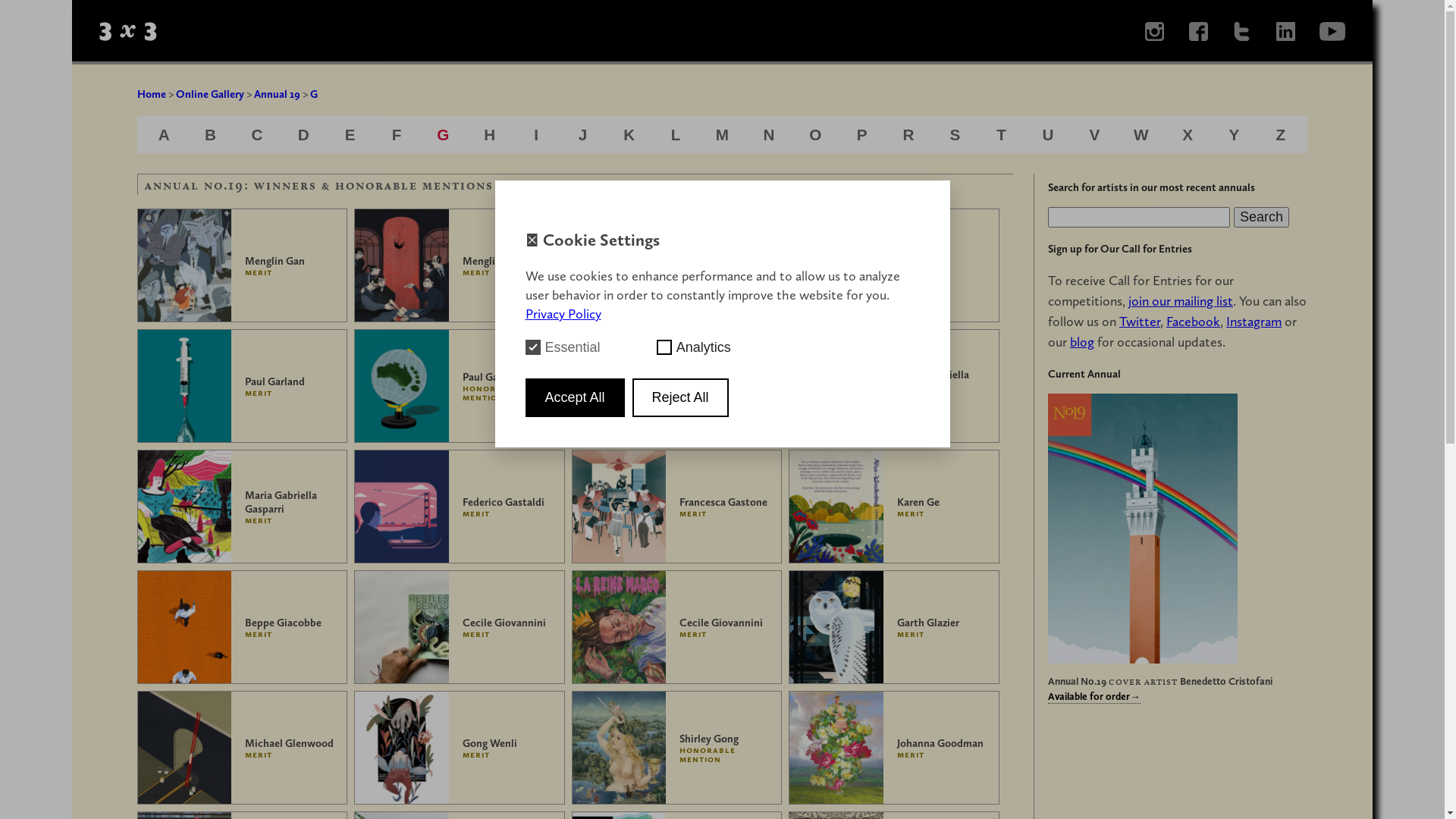  I want to click on 'D', so click(303, 133).